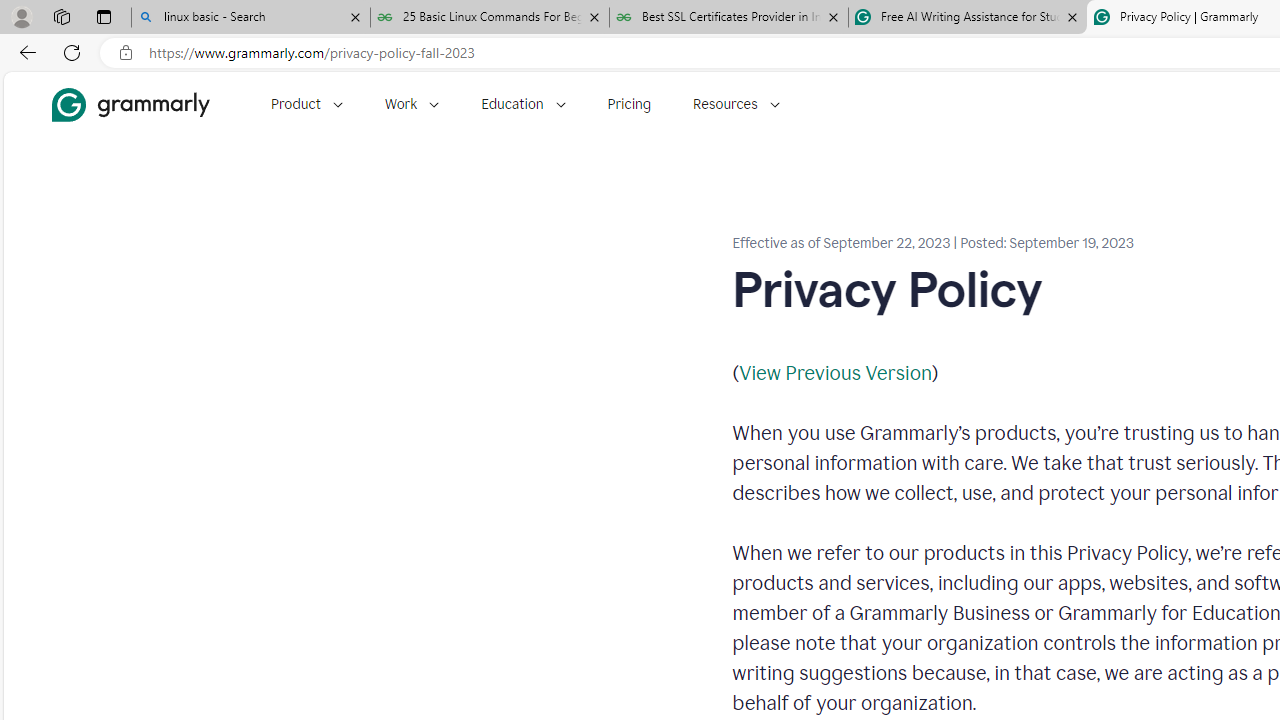  Describe the element at coordinates (490, 17) in the screenshot. I see `'25 Basic Linux Commands For Beginners - GeeksforGeeks'` at that location.